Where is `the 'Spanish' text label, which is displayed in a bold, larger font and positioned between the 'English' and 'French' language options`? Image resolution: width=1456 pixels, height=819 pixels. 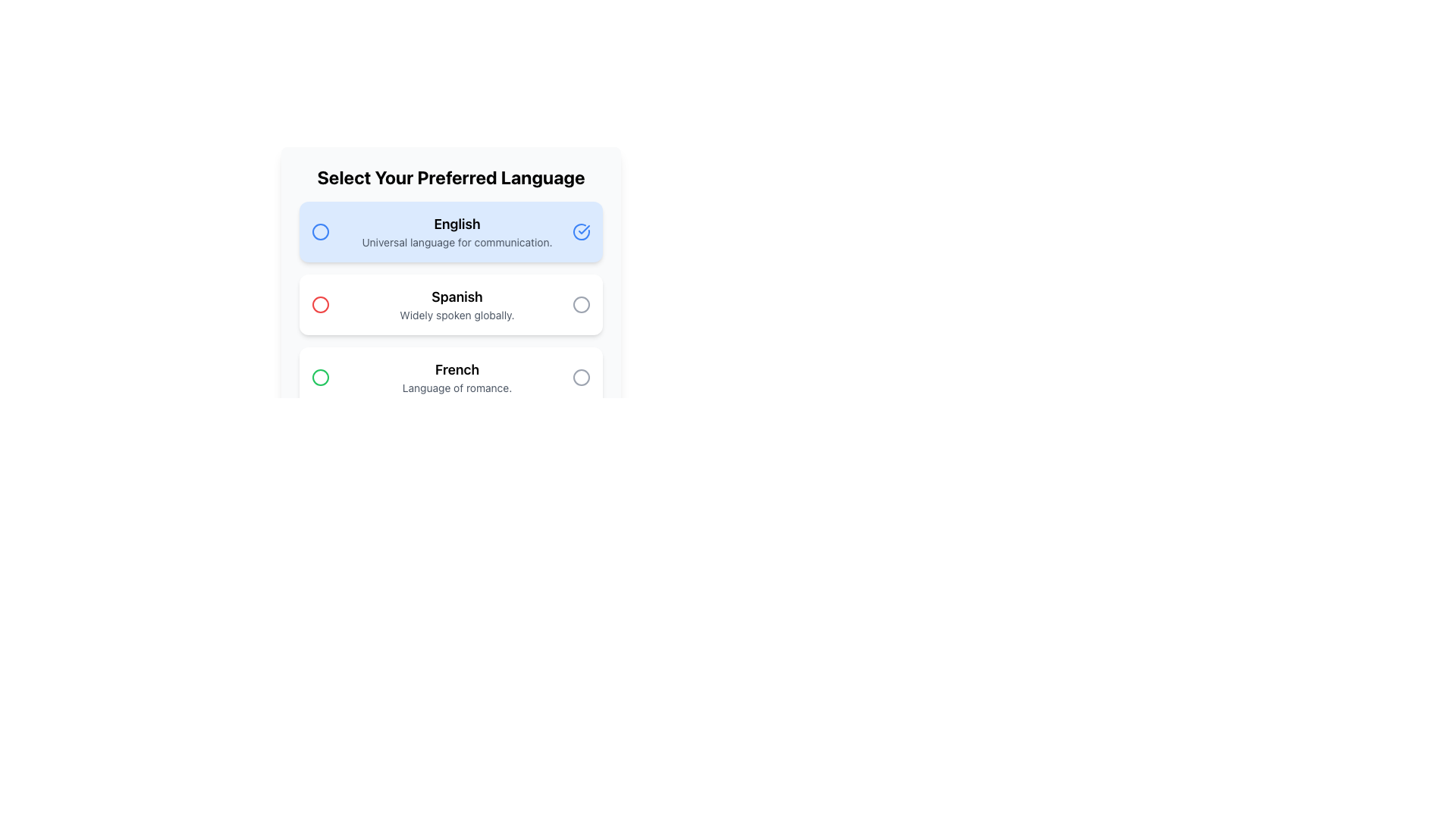
the 'Spanish' text label, which is displayed in a bold, larger font and positioned between the 'English' and 'French' language options is located at coordinates (457, 297).